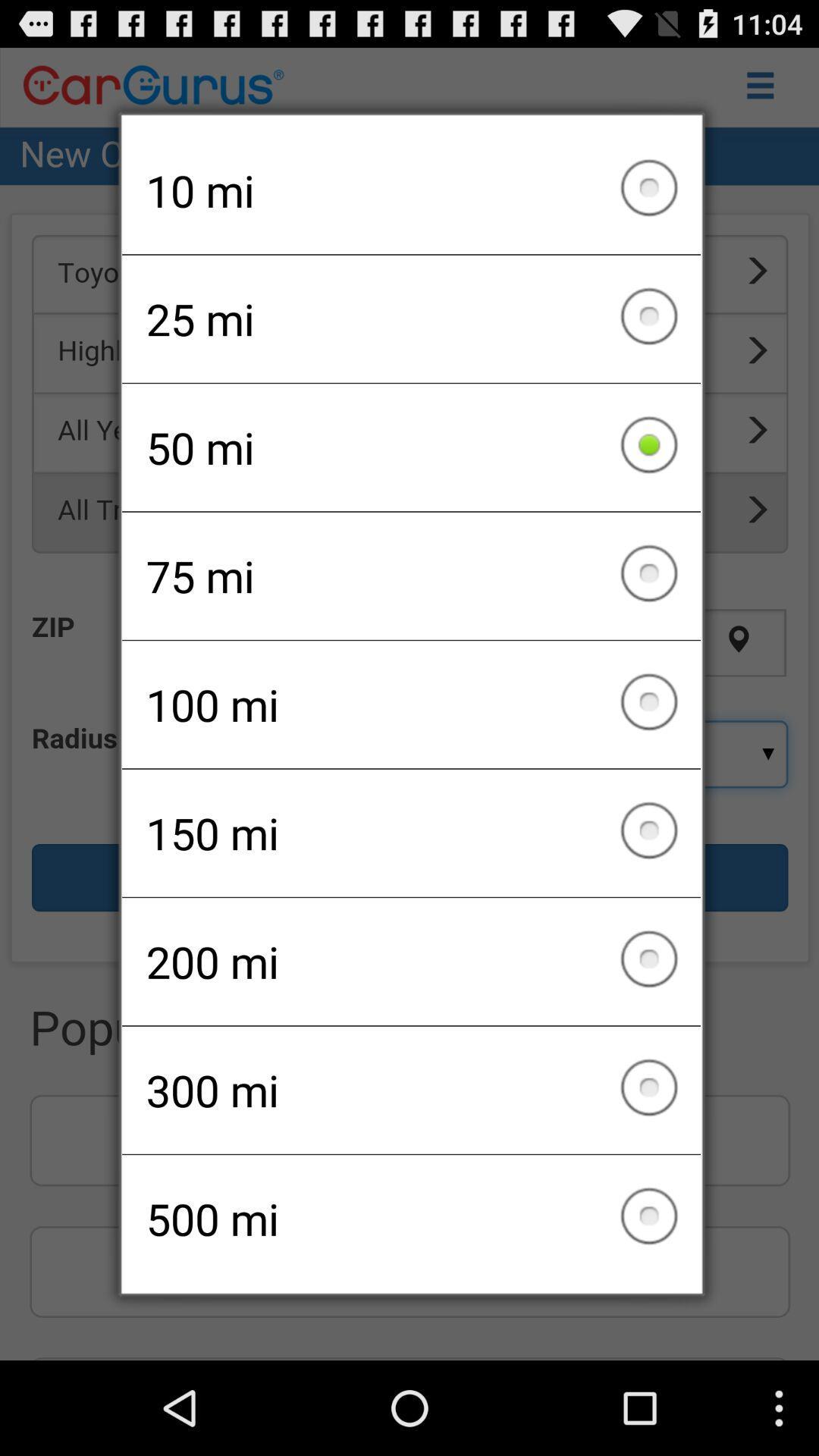 The image size is (819, 1456). What do you see at coordinates (411, 832) in the screenshot?
I see `the 150 mi checkbox` at bounding box center [411, 832].